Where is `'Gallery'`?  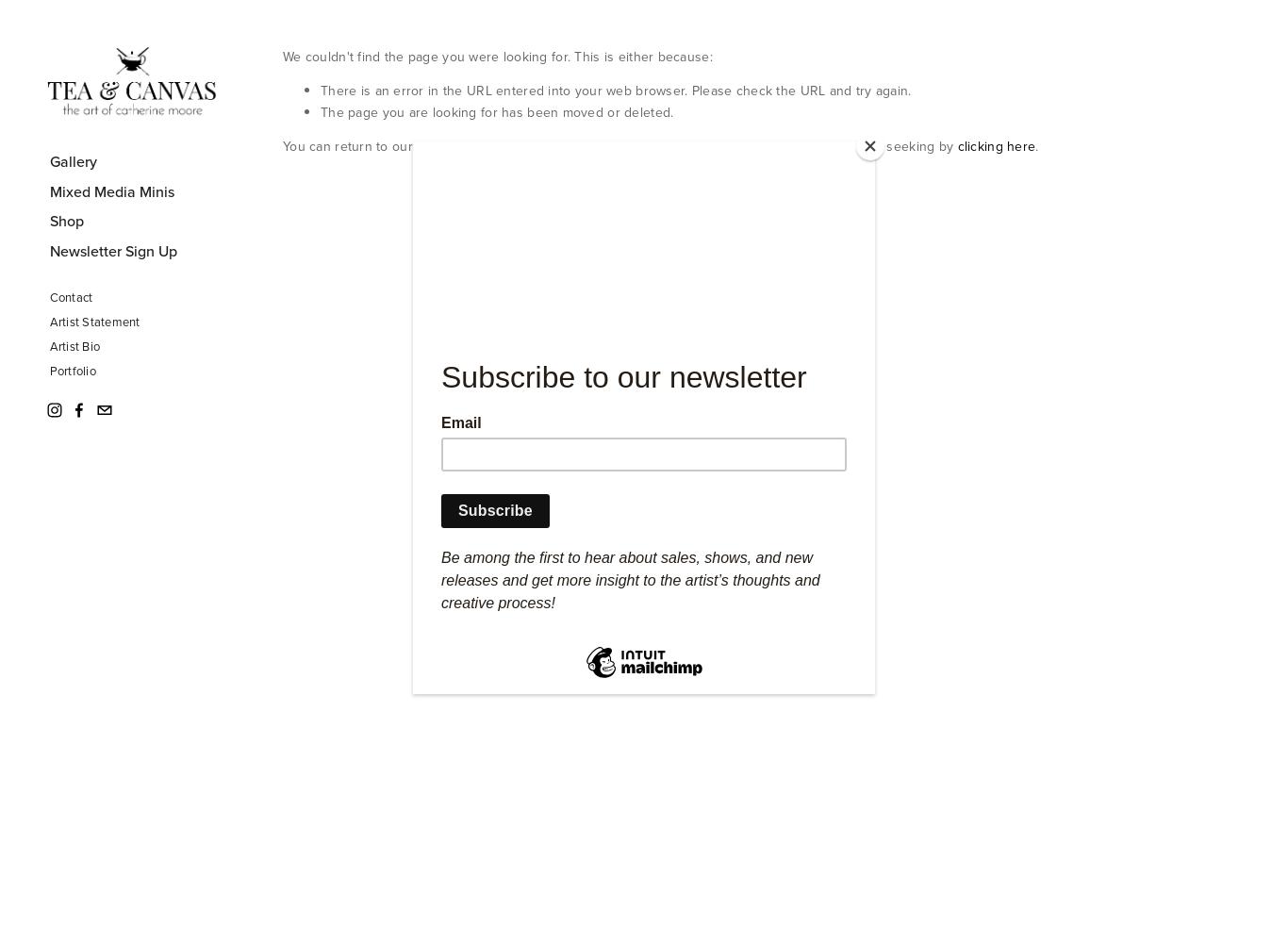
'Gallery' is located at coordinates (73, 160).